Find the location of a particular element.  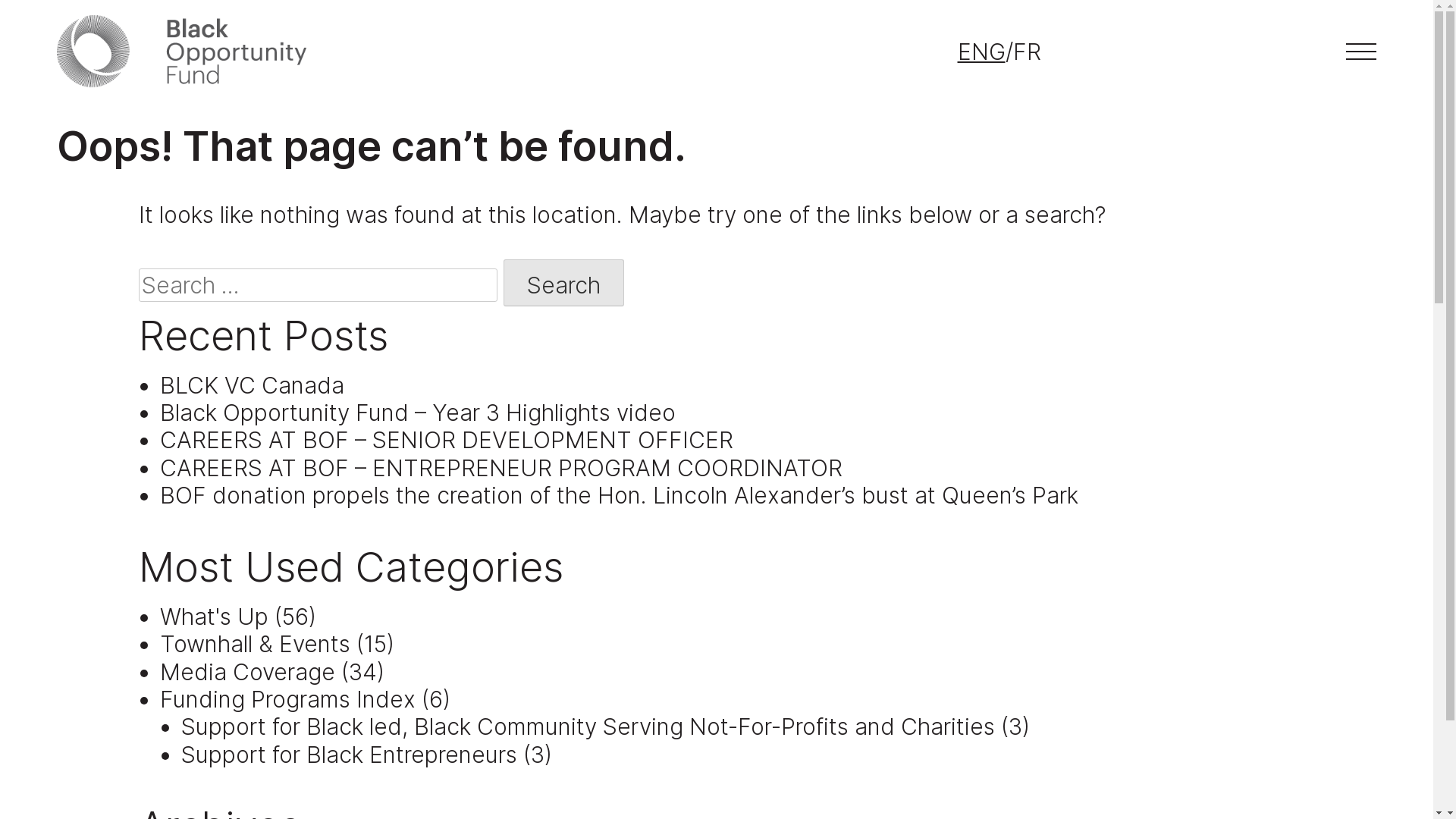

'Search' is located at coordinates (563, 283).